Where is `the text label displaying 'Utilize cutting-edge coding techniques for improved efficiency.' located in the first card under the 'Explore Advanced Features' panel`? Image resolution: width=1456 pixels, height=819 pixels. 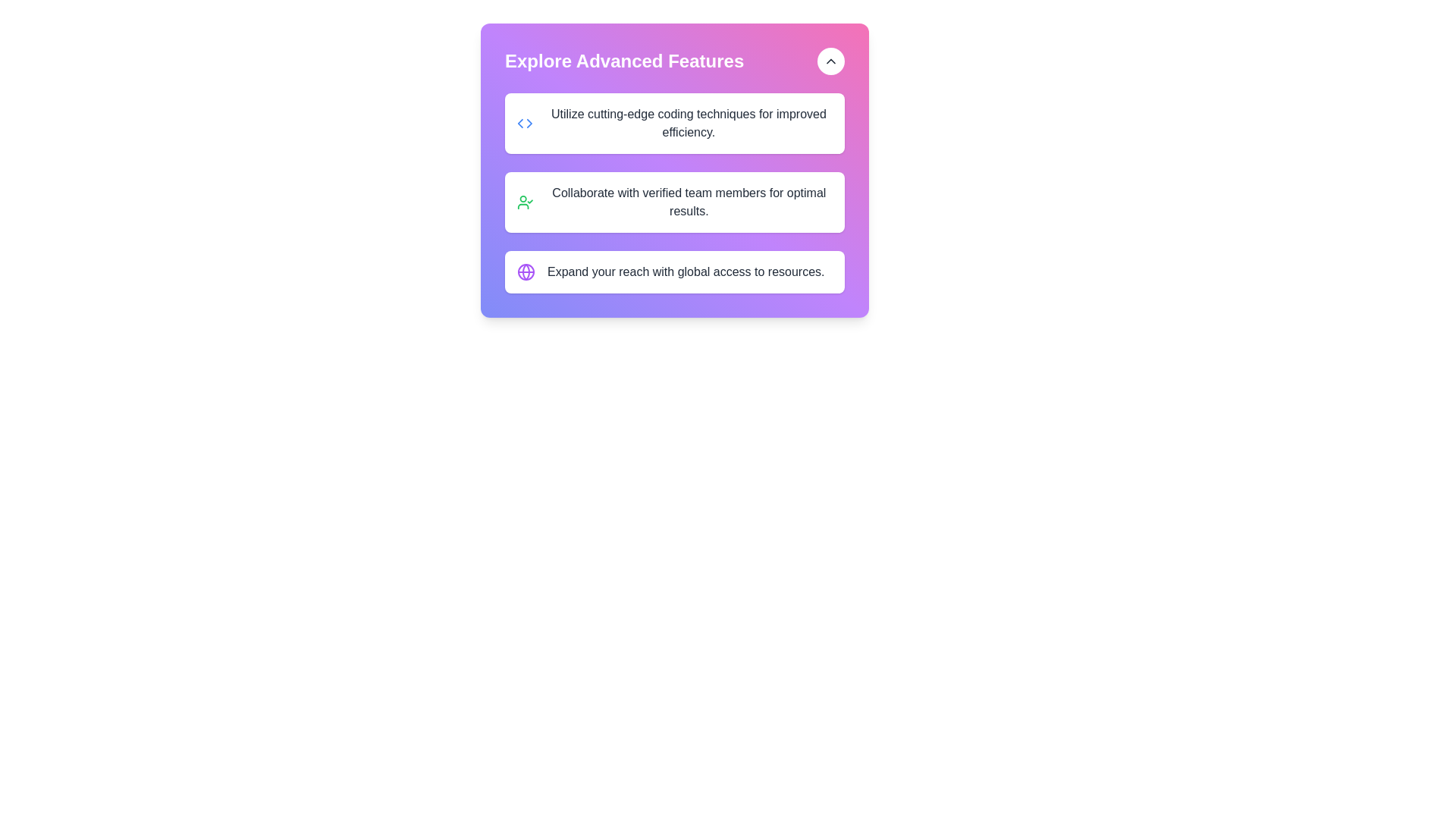
the text label displaying 'Utilize cutting-edge coding techniques for improved efficiency.' located in the first card under the 'Explore Advanced Features' panel is located at coordinates (688, 122).